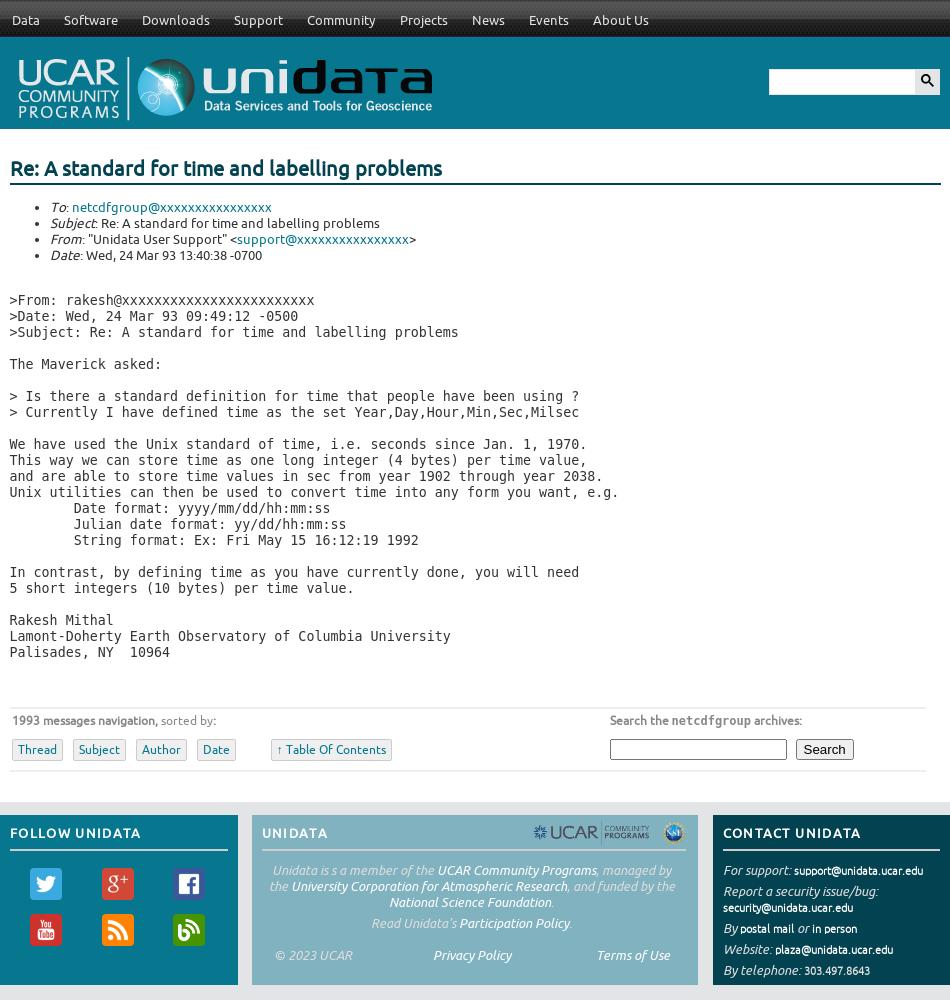 This screenshot has height=1000, width=950. What do you see at coordinates (293, 831) in the screenshot?
I see `'Unidata'` at bounding box center [293, 831].